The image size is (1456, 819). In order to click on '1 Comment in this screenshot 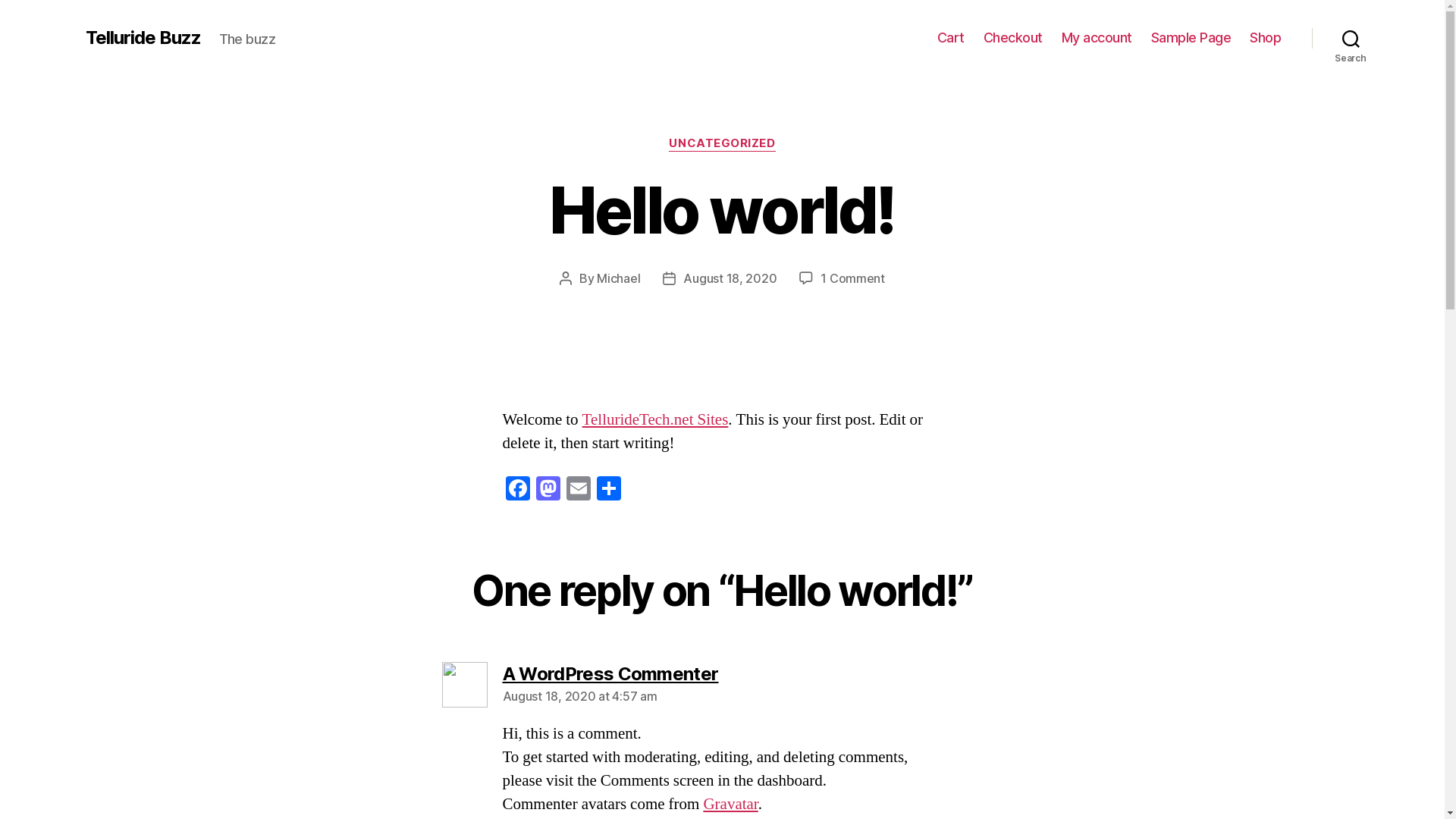, I will do `click(819, 278)`.